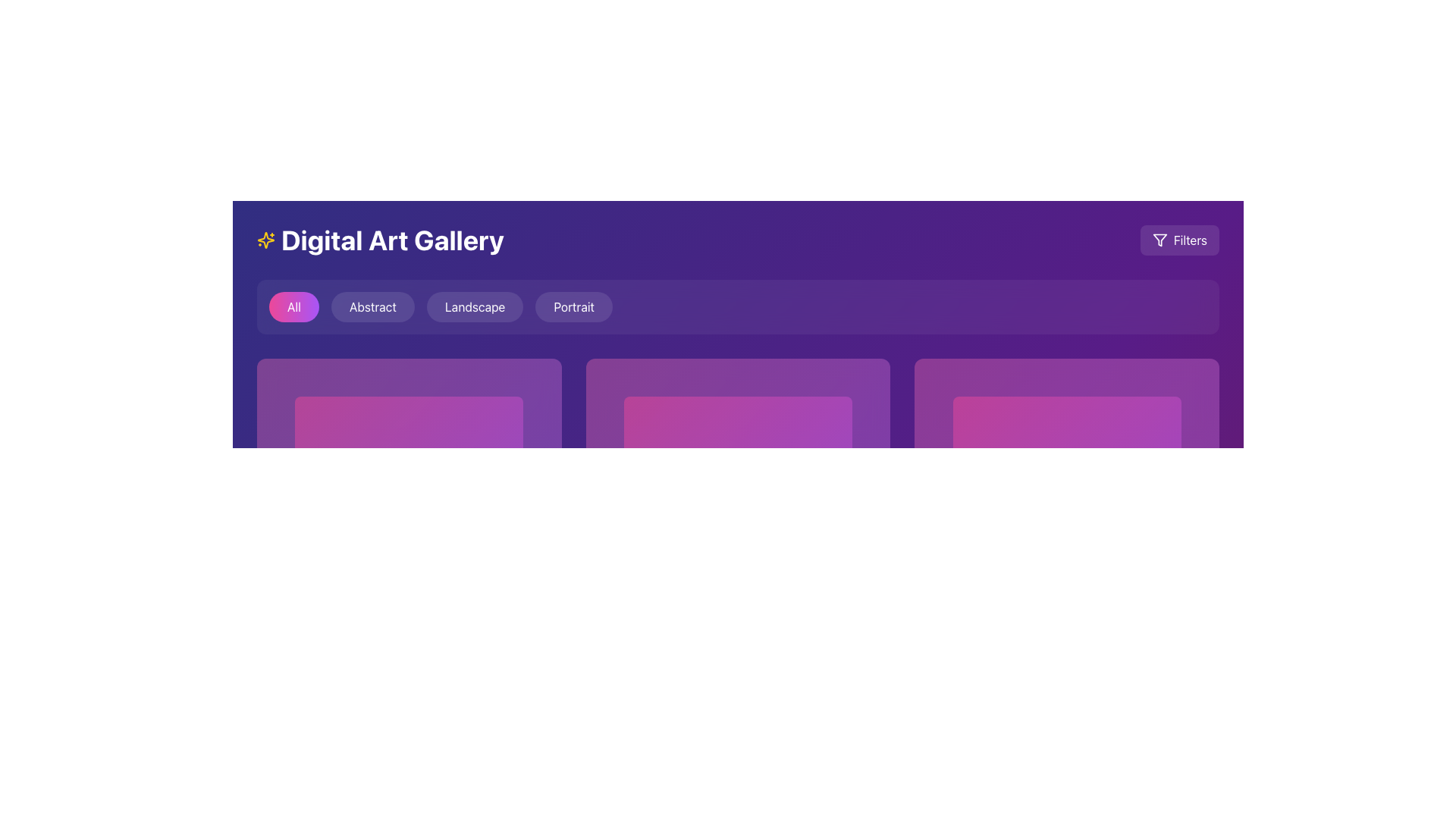 The height and width of the screenshot is (819, 1456). I want to click on the decorative rounded rectangle UI element with a gradient background transitioning from pink to purple, so click(1066, 510).